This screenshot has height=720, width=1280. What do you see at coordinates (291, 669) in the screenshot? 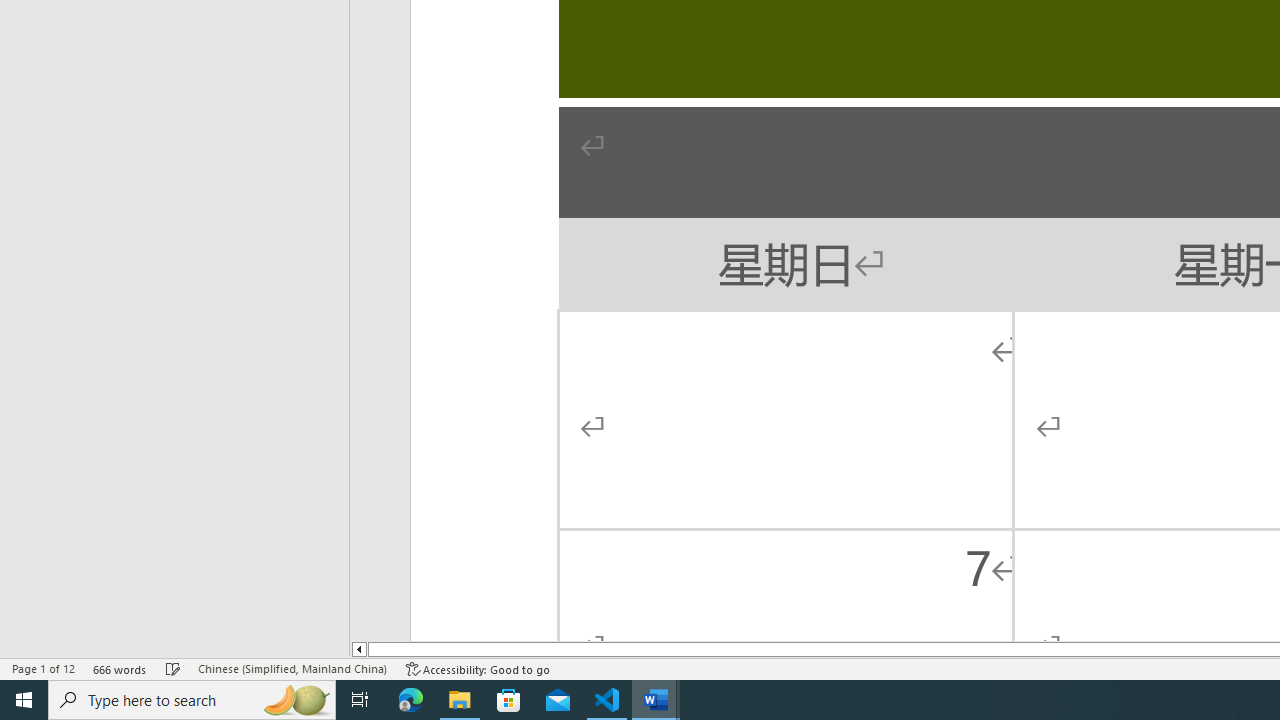
I see `'Language Chinese (Simplified, Mainland China)'` at bounding box center [291, 669].